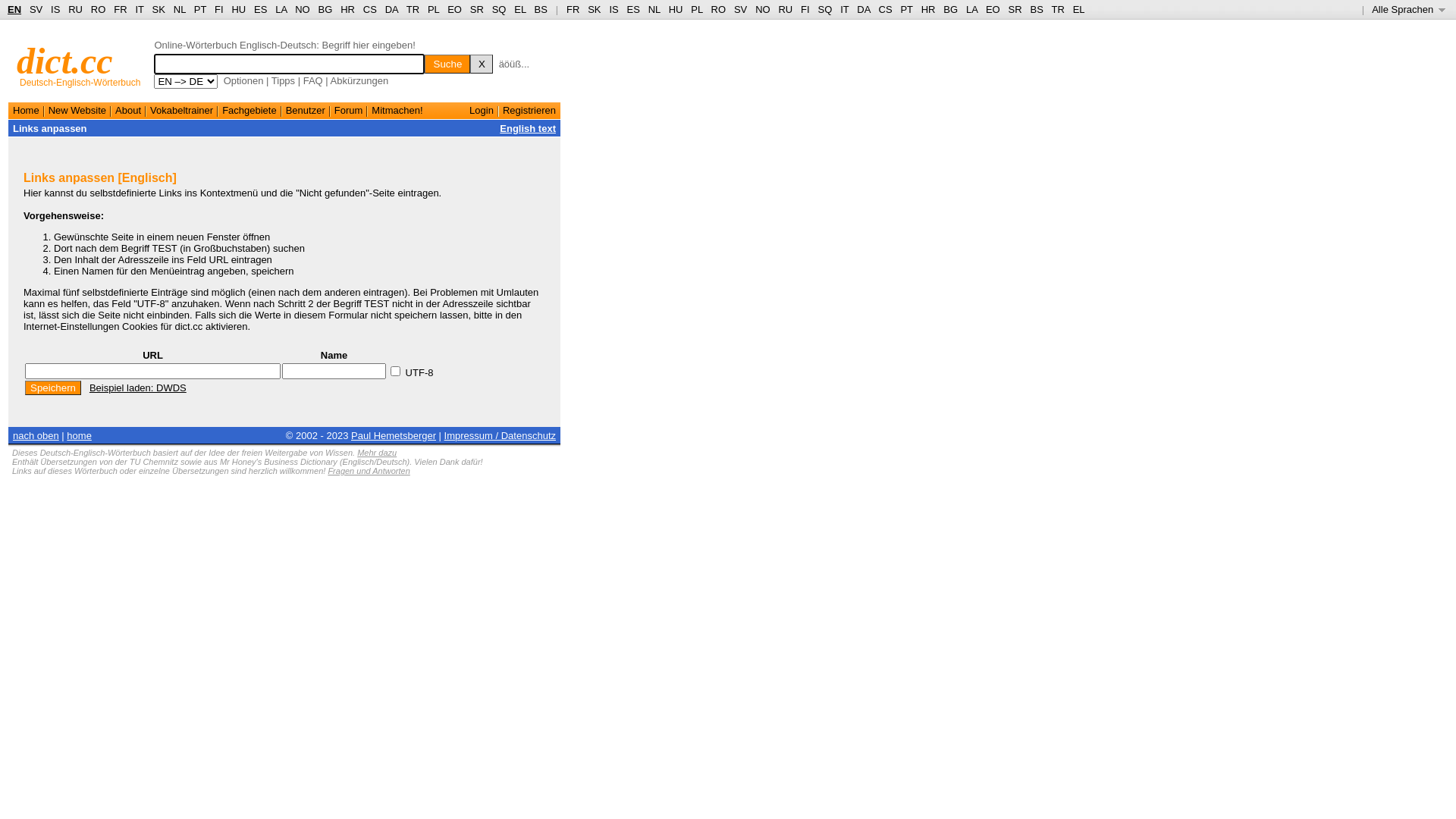  Describe the element at coordinates (763, 9) in the screenshot. I see `'NO'` at that location.